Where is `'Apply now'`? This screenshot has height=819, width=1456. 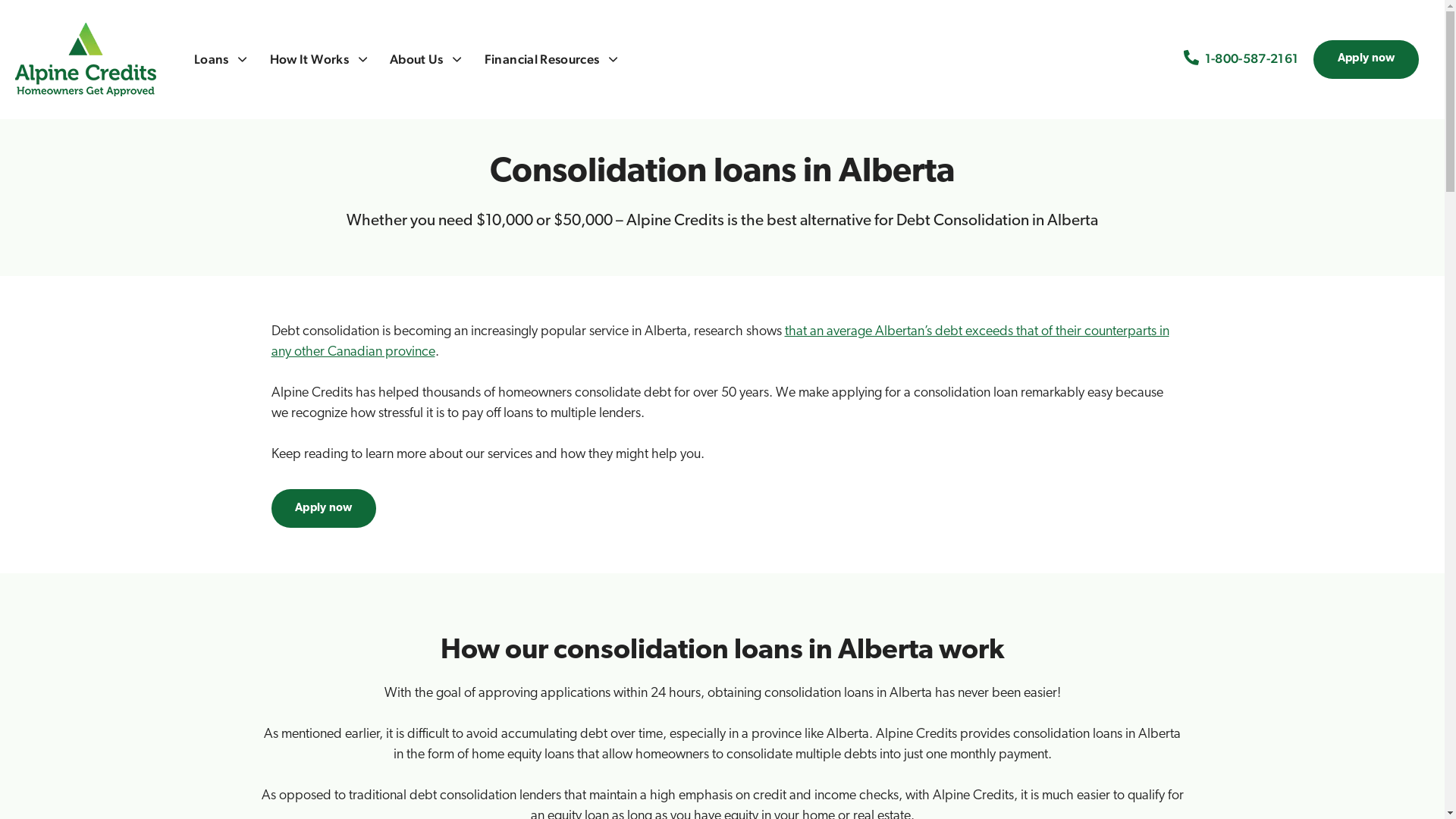 'Apply now' is located at coordinates (323, 508).